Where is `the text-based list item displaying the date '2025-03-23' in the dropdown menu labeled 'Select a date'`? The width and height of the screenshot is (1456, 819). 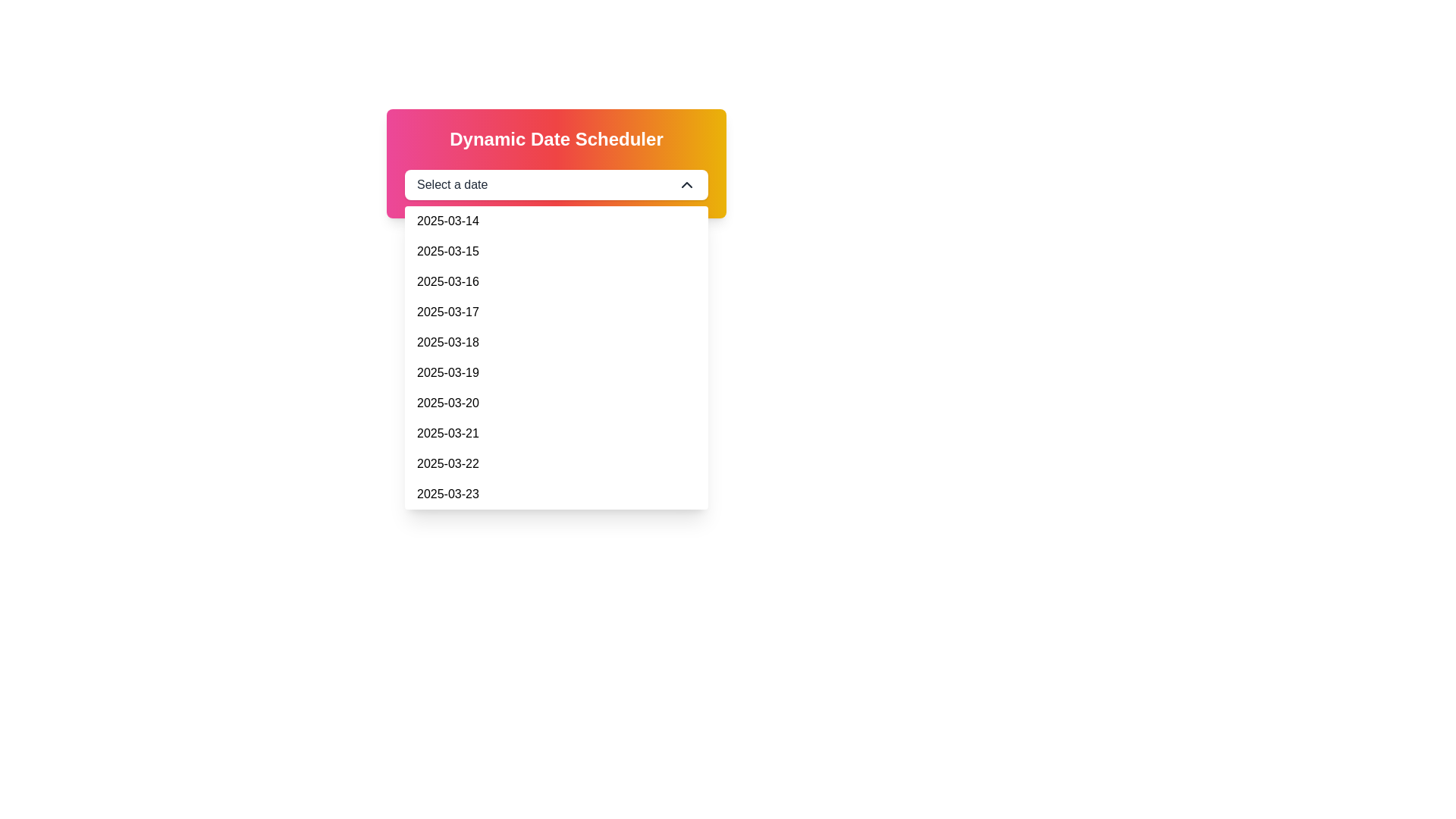
the text-based list item displaying the date '2025-03-23' in the dropdown menu labeled 'Select a date' is located at coordinates (447, 494).